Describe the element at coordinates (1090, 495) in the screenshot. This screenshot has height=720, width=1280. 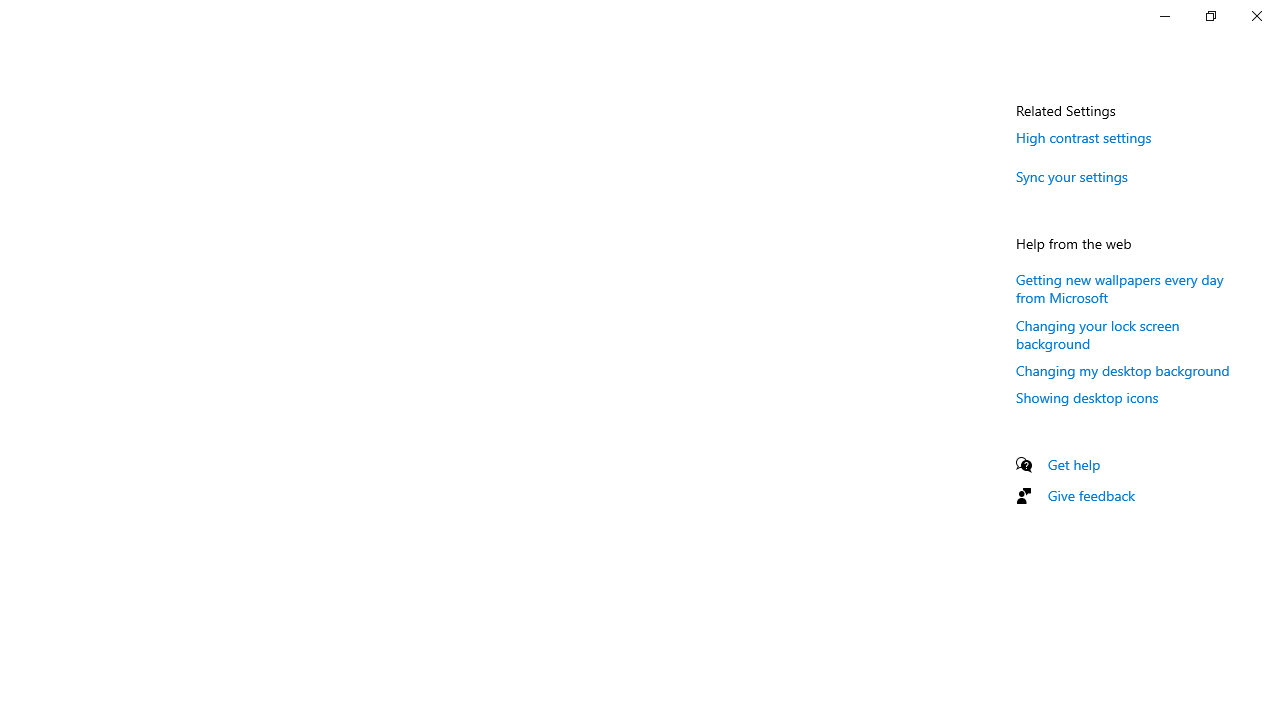
I see `'Give feedback'` at that location.